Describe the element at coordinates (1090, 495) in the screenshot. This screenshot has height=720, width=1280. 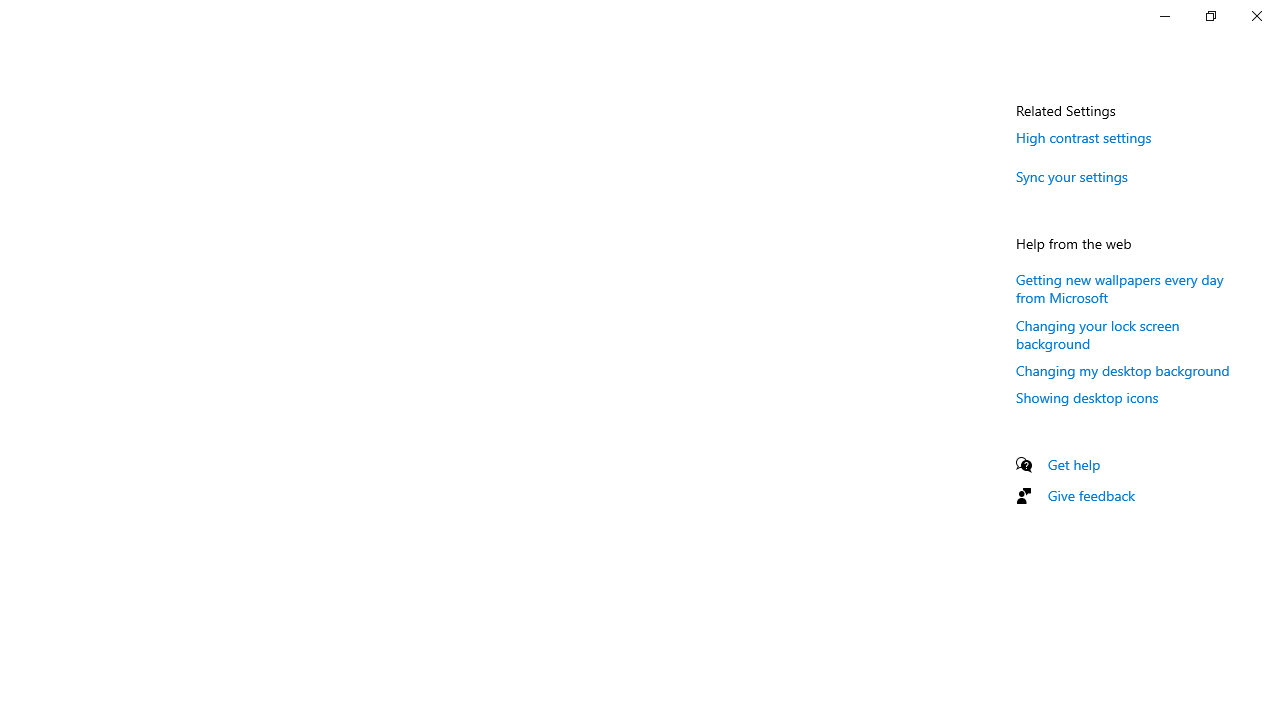
I see `'Give feedback'` at that location.